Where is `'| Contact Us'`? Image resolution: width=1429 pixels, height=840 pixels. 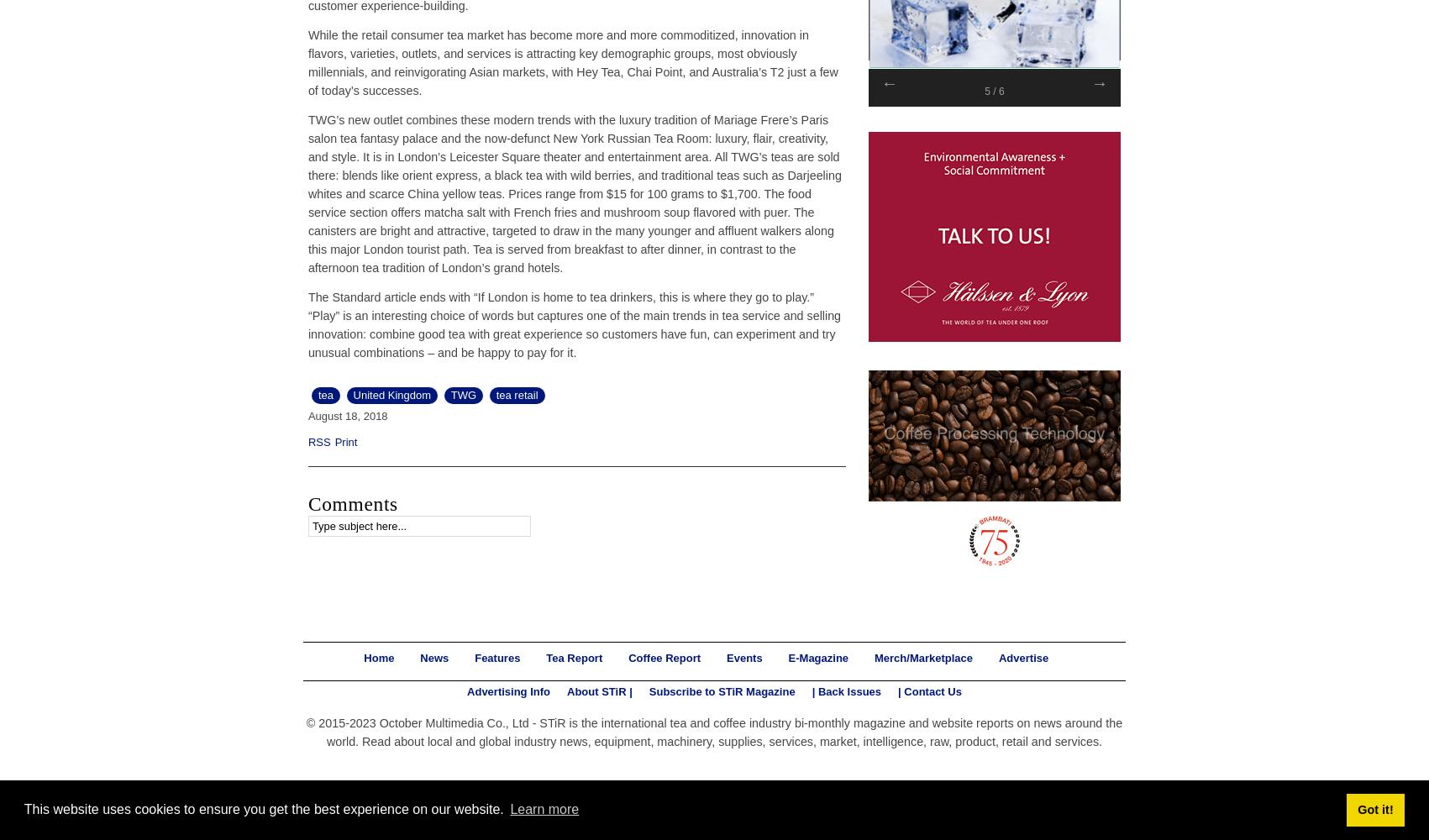
'| Contact Us' is located at coordinates (898, 690).